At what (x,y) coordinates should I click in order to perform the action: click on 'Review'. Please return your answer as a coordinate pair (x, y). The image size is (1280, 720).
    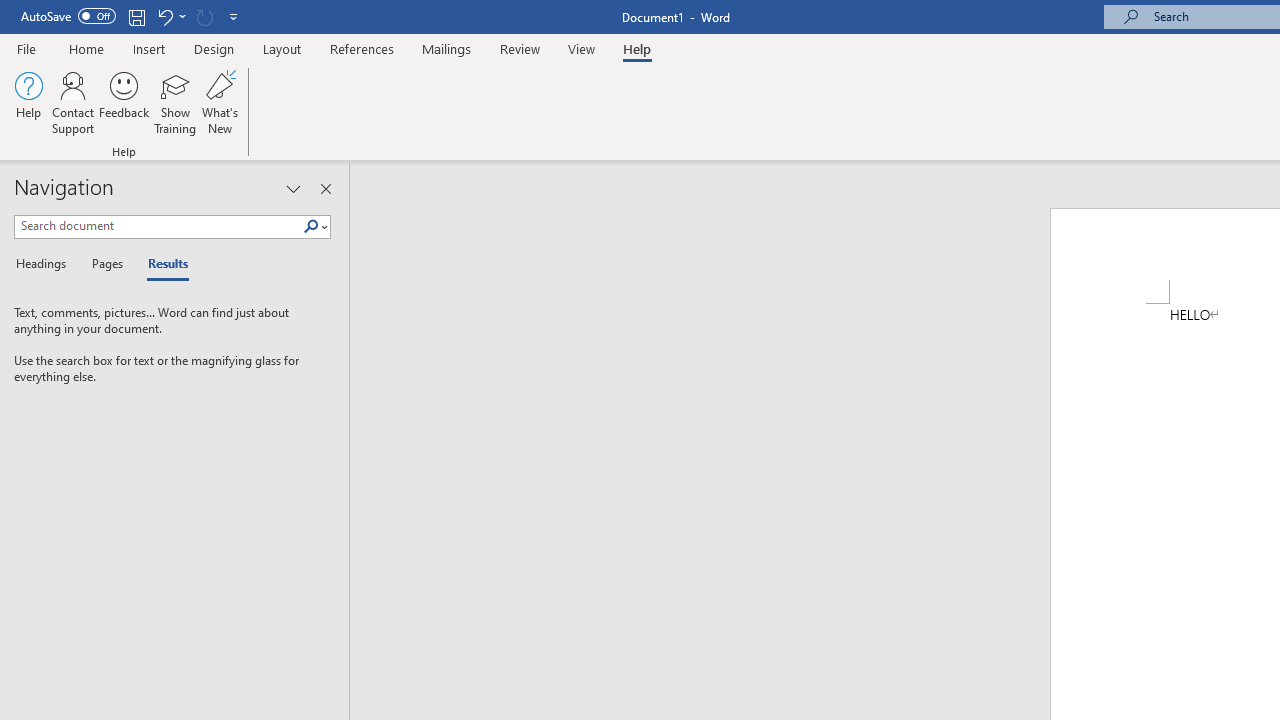
    Looking at the image, I should click on (520, 48).